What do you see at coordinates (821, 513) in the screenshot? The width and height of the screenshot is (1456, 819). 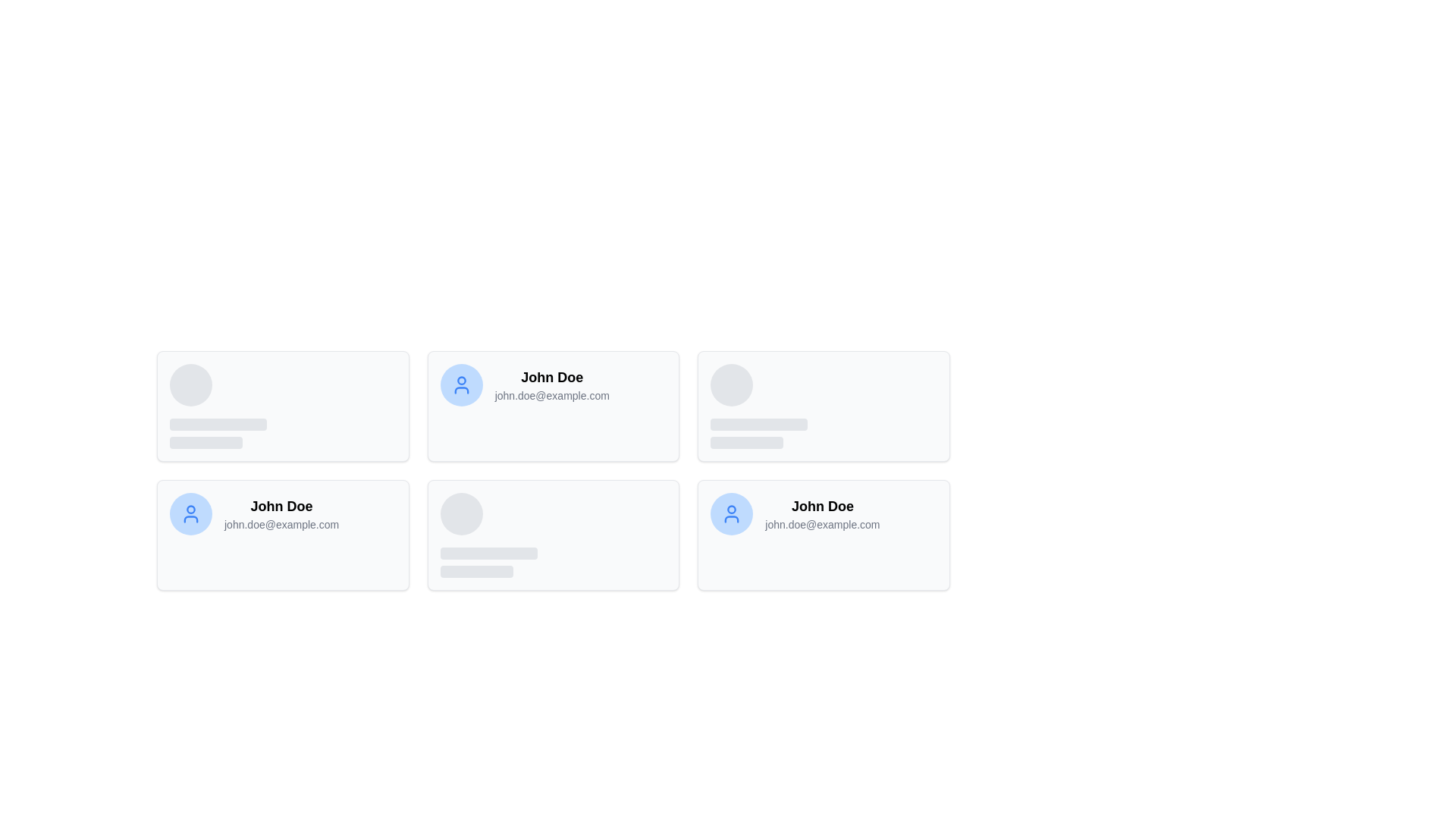 I see `the text-containing component displaying user-identifying information (name and email) located in the bottom-right user card of the 2x3 grid, centered vertically and aligned with the avatar icon` at bounding box center [821, 513].